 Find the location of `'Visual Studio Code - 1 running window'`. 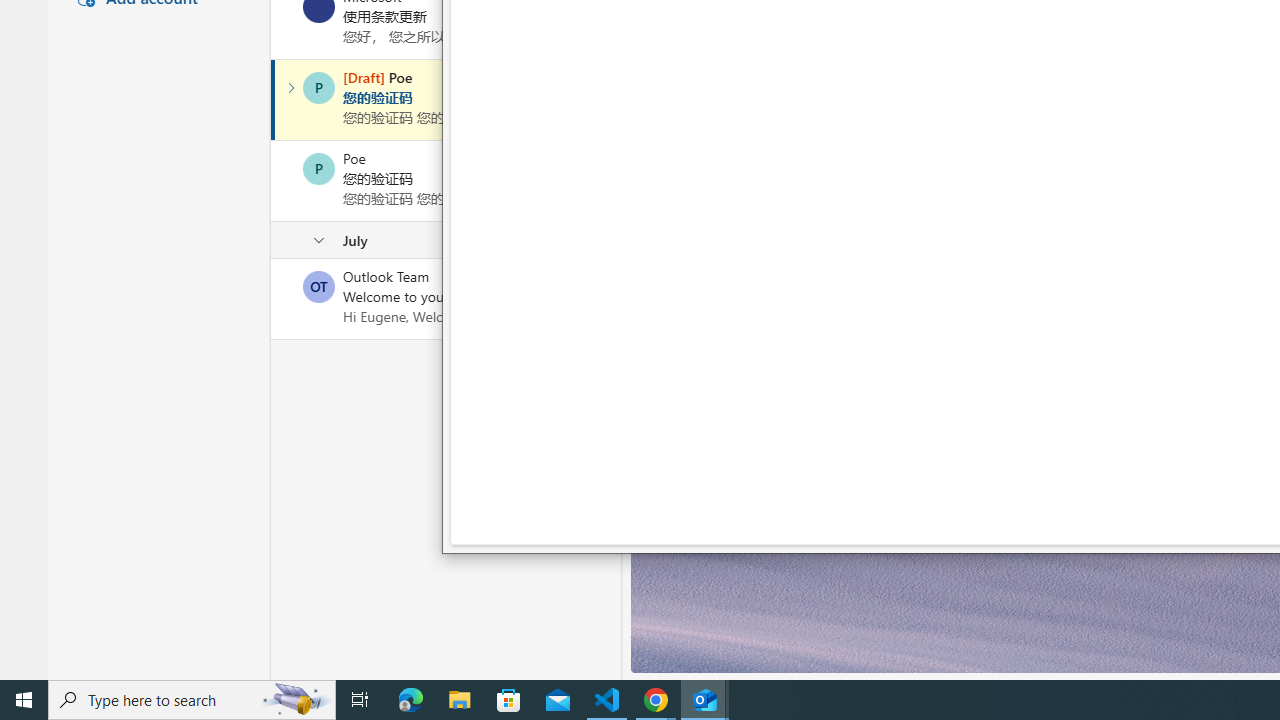

'Visual Studio Code - 1 running window' is located at coordinates (606, 698).